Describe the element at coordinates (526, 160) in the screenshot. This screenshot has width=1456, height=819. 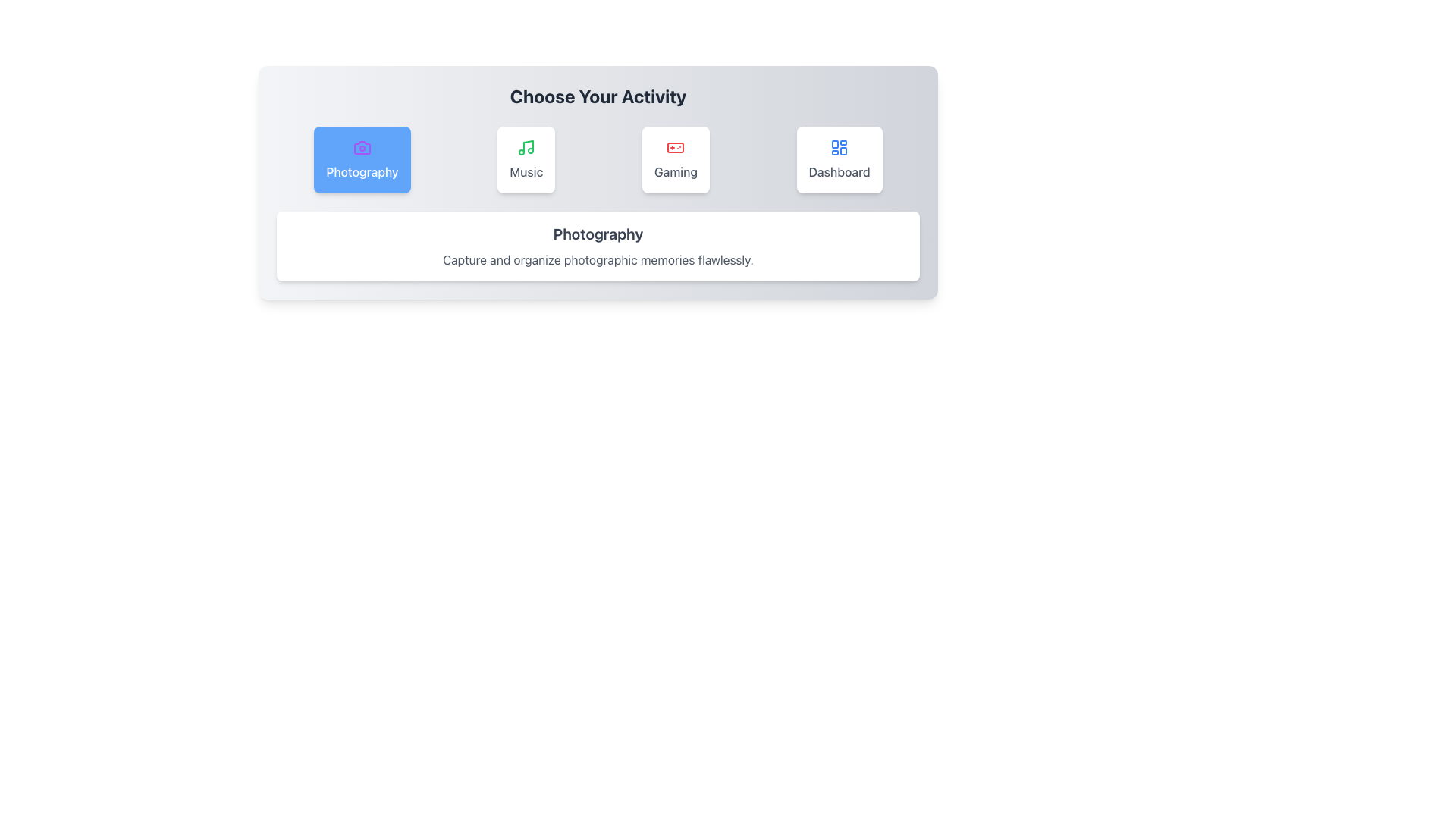
I see `the 'Music' button located in the second position of a horizontal row of four cards beneath the 'Choose Your Activity' header` at that location.